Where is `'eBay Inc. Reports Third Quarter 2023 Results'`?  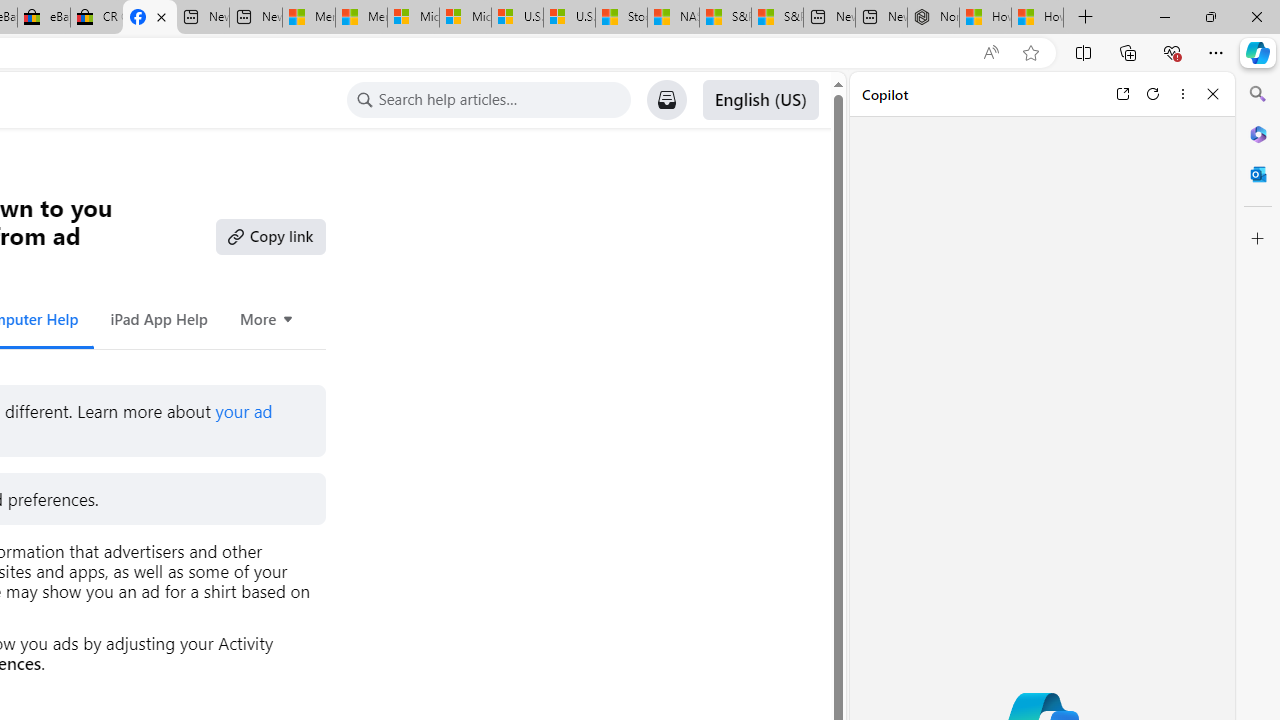 'eBay Inc. Reports Third Quarter 2023 Results' is located at coordinates (44, 17).